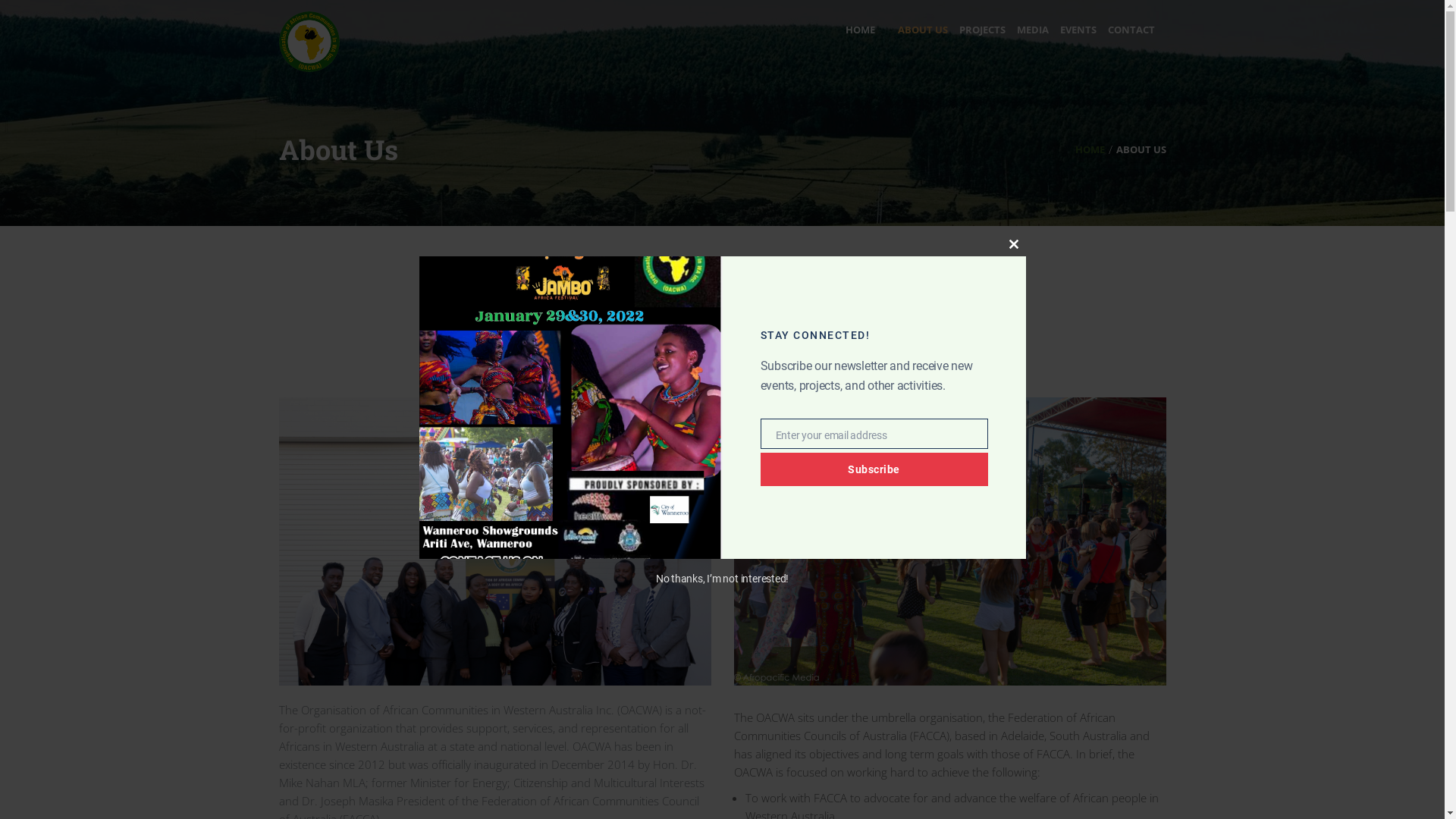 The width and height of the screenshot is (1456, 819). What do you see at coordinates (976, 30) in the screenshot?
I see `'PROJECTS'` at bounding box center [976, 30].